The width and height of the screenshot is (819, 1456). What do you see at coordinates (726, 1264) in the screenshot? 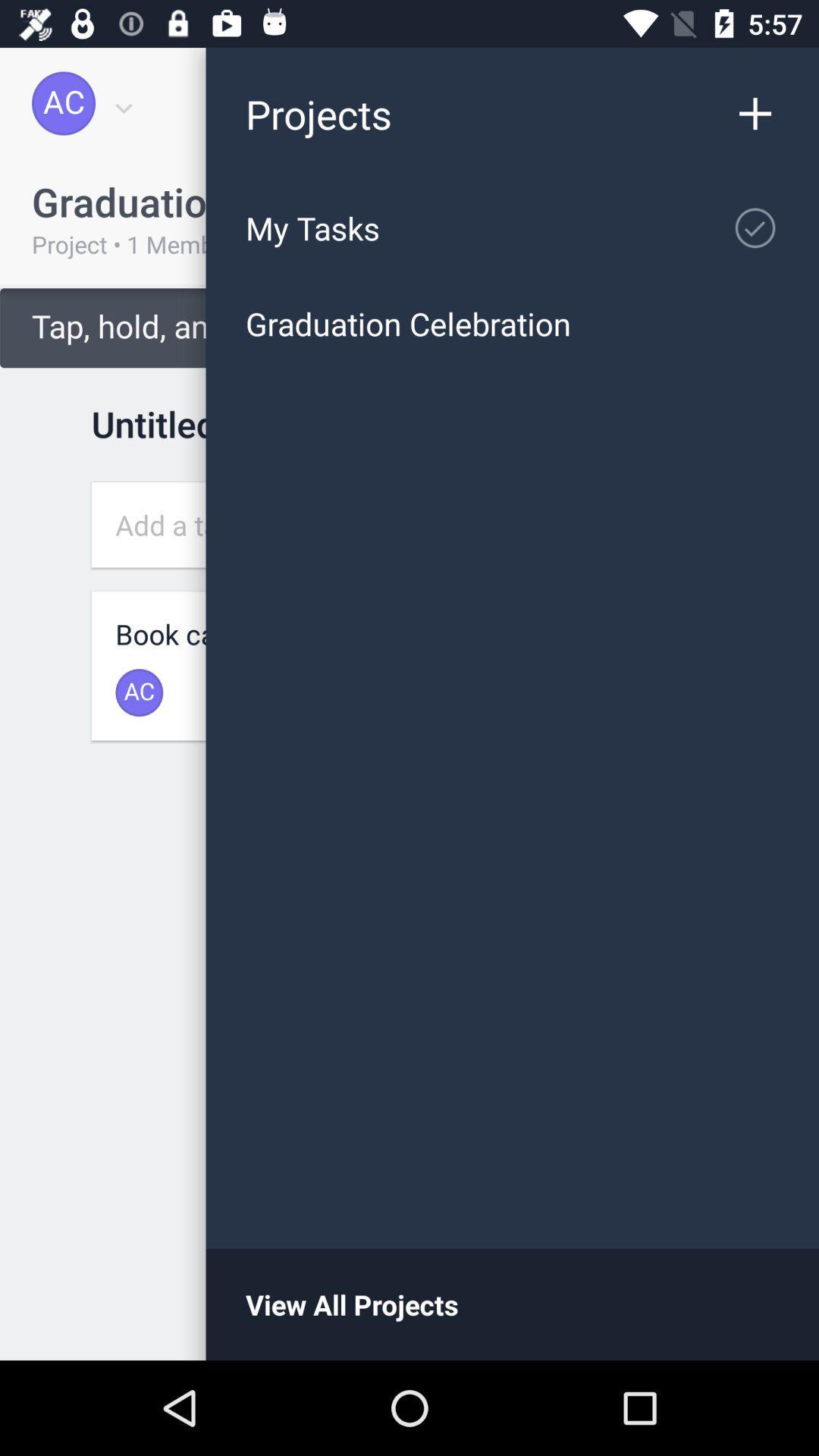
I see `the minus icon` at bounding box center [726, 1264].